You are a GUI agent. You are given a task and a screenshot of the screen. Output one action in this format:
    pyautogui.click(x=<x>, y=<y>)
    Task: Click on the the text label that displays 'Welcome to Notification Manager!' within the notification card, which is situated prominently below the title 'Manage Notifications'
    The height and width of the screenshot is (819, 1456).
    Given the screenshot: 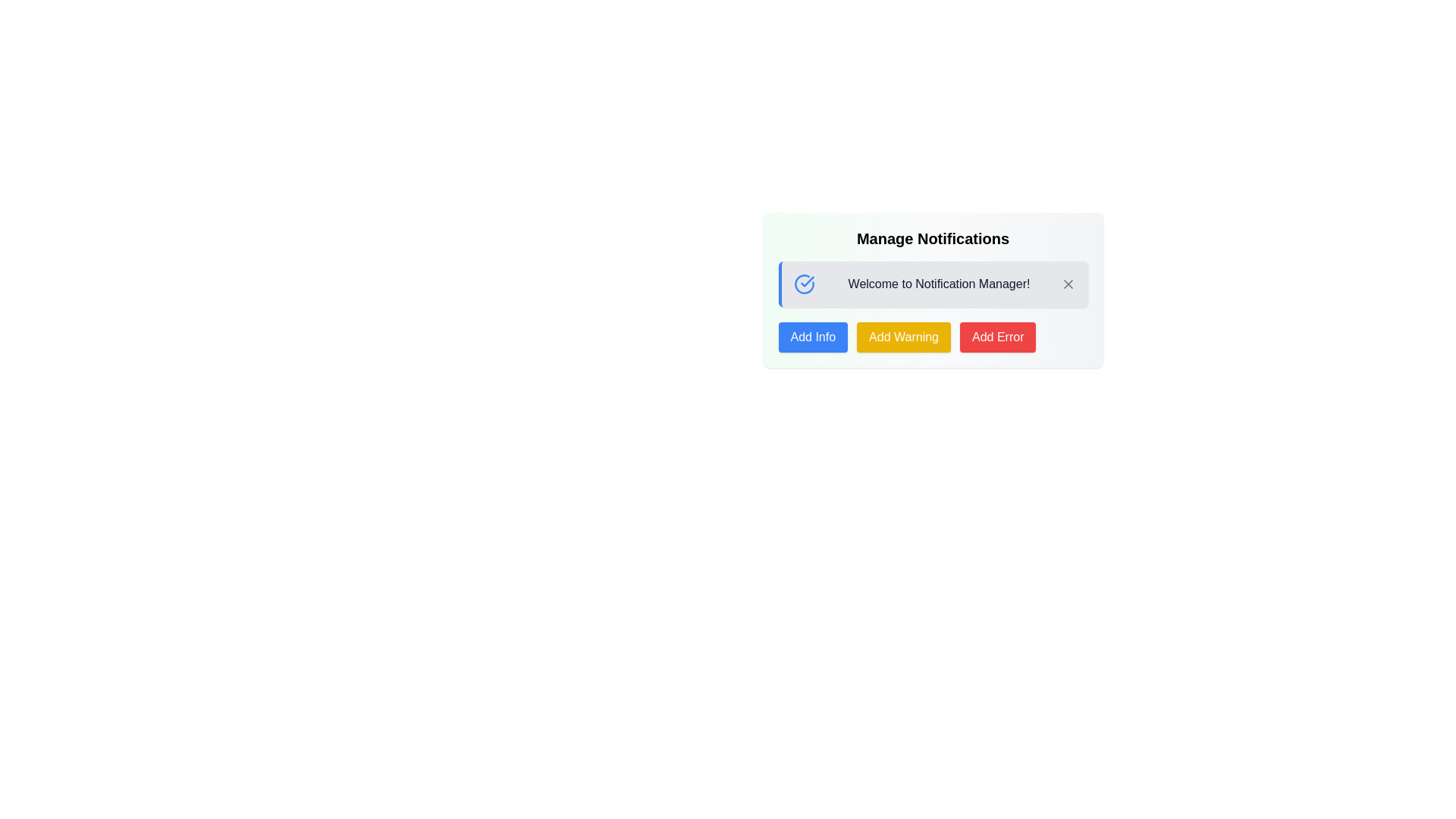 What is the action you would take?
    pyautogui.click(x=938, y=284)
    